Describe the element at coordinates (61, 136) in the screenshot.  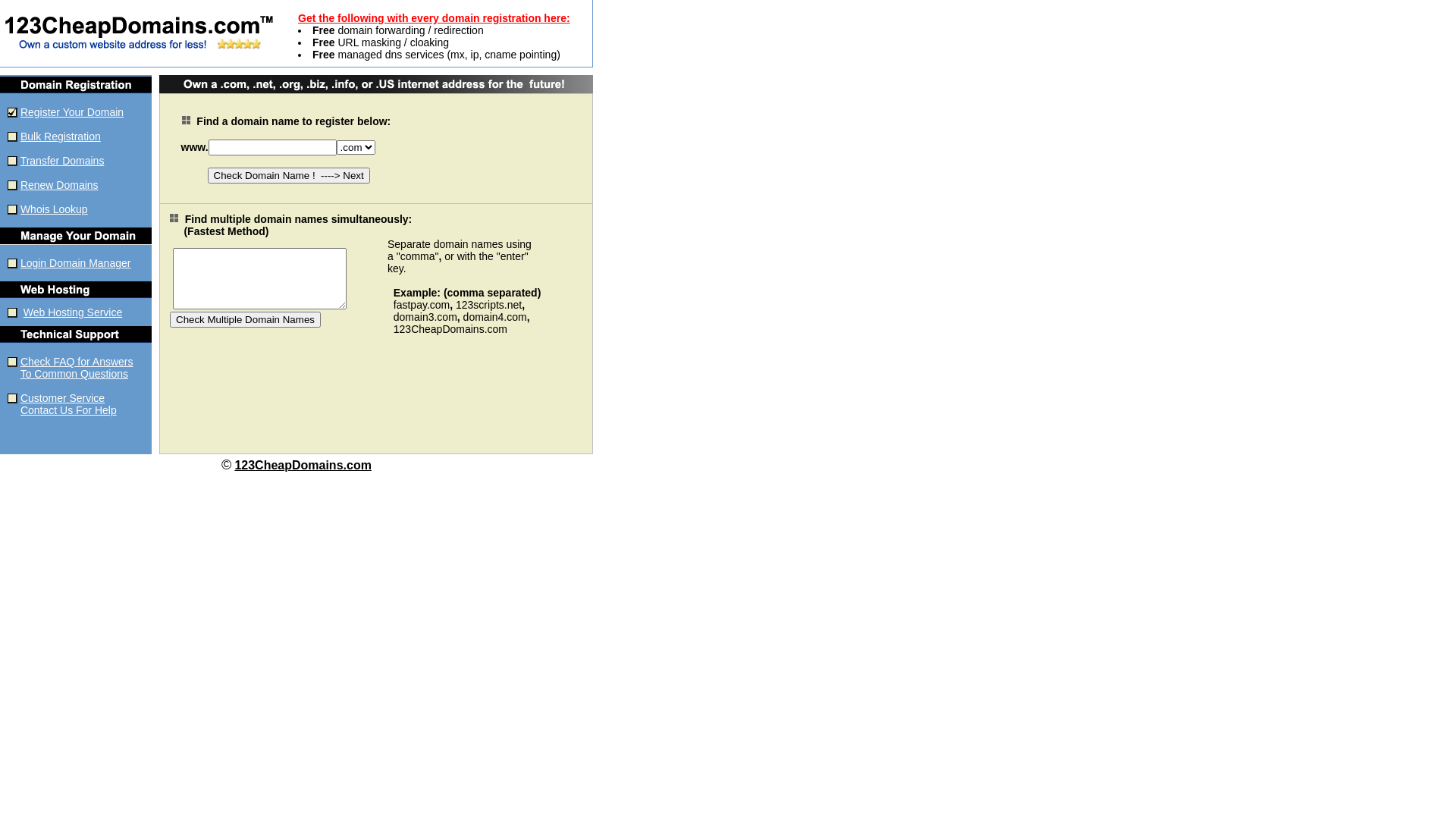
I see `'Bulk Registration'` at that location.